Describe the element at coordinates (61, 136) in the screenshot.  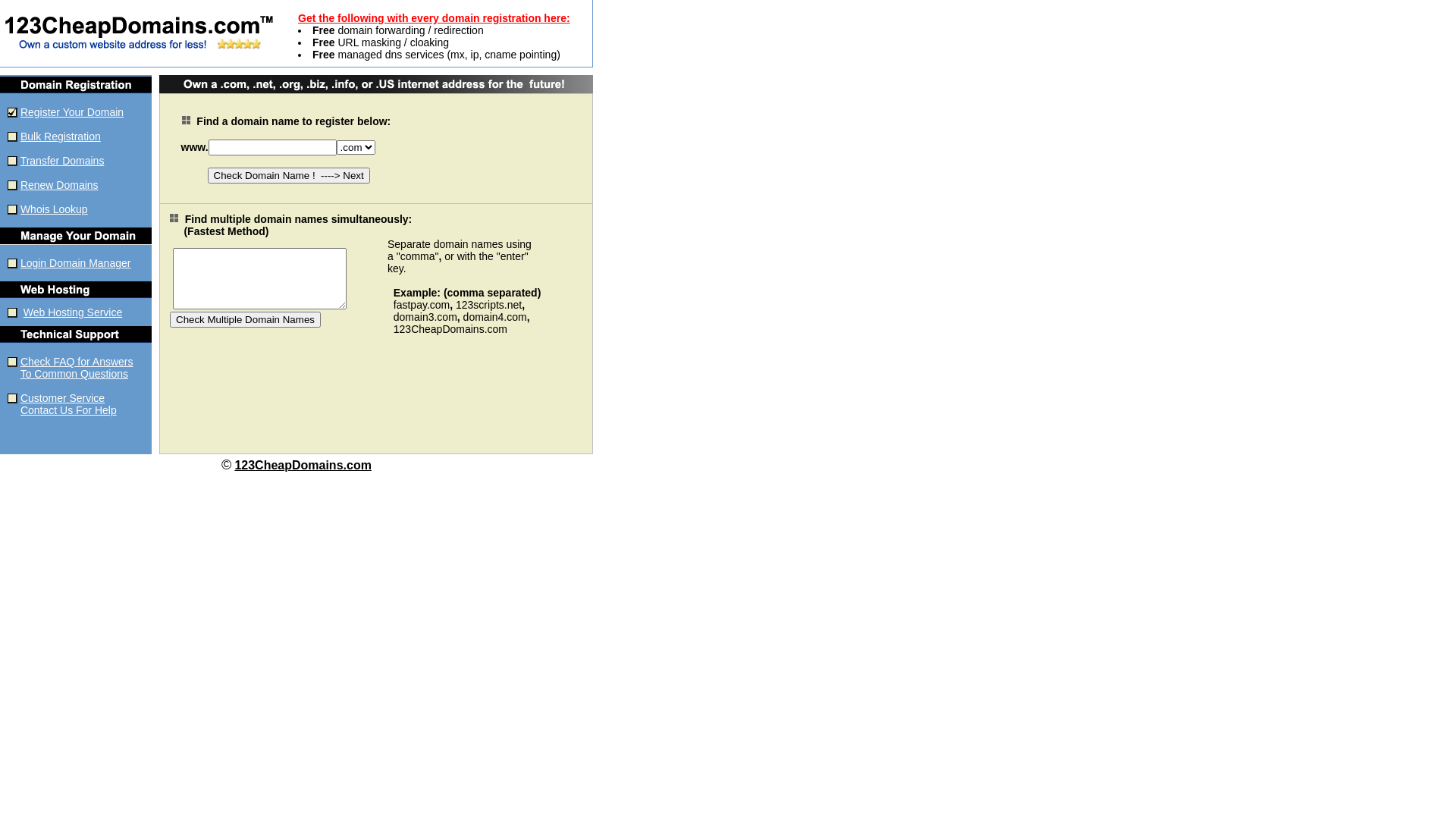
I see `'Bulk Registration'` at that location.